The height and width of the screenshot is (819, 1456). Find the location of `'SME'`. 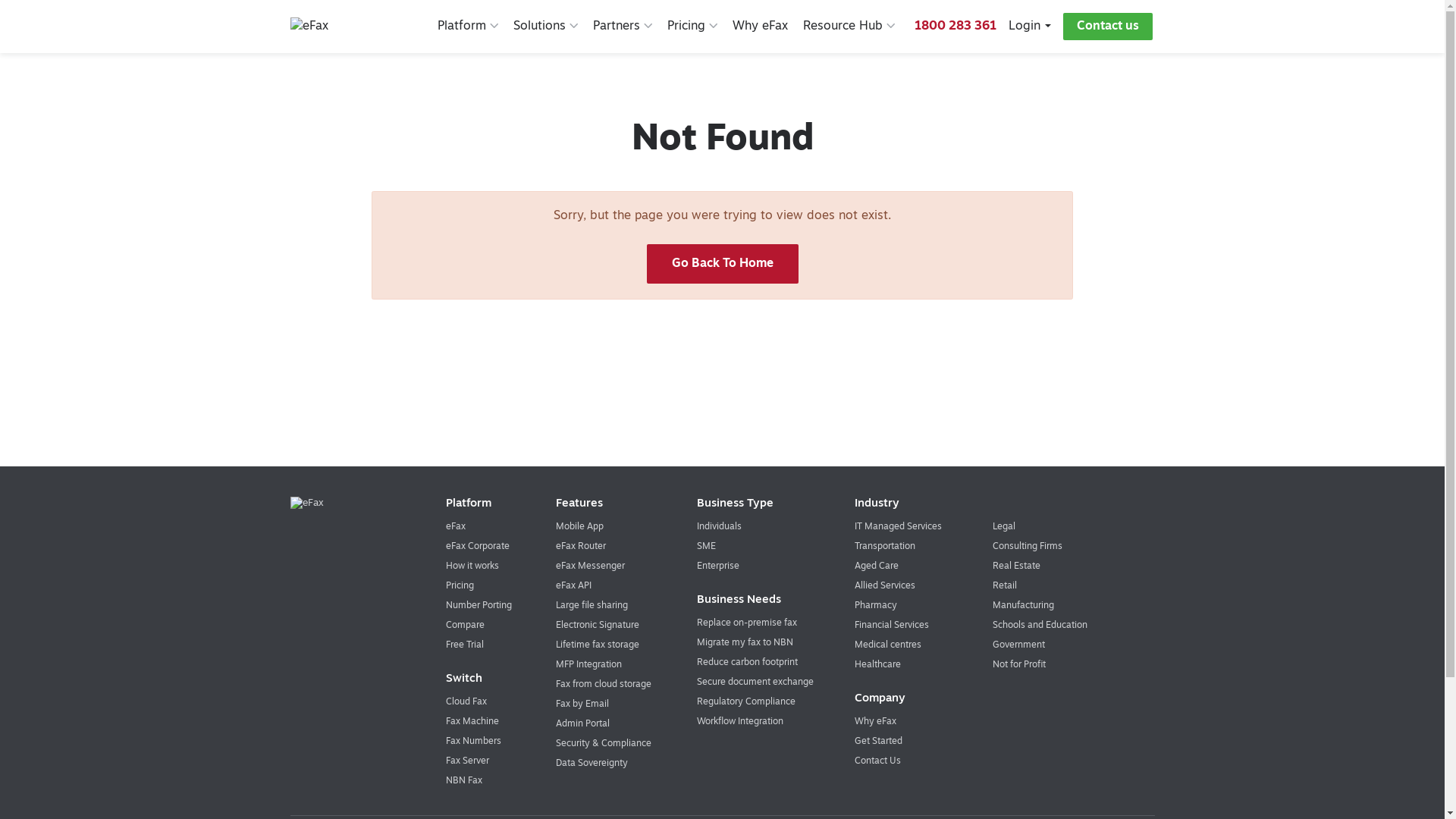

'SME' is located at coordinates (705, 547).